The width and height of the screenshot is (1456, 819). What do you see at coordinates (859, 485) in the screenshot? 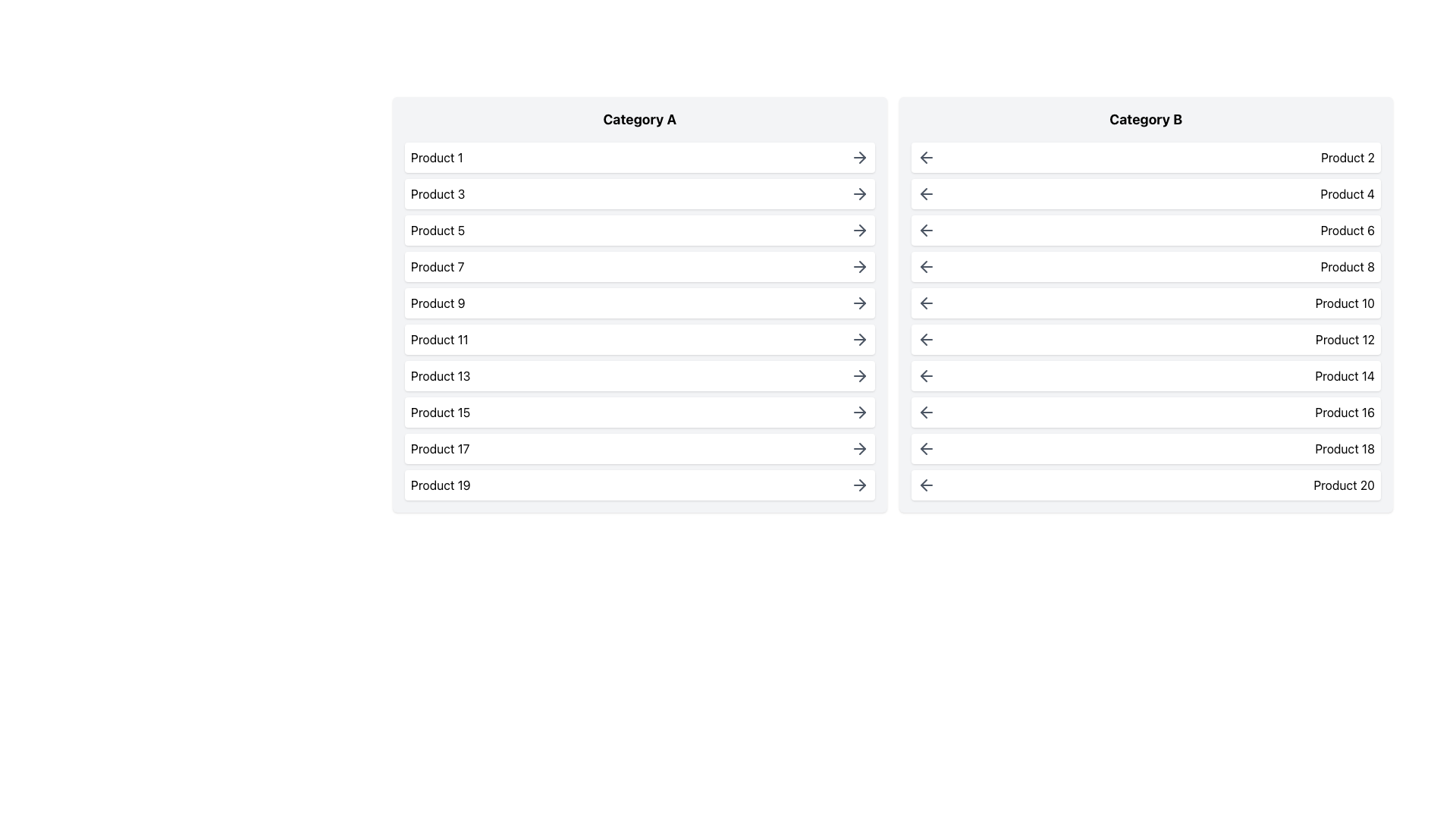
I see `the right-pointing arrow icon button located next to 'Product 19' in the left column 'Category A' to change its appearance` at bounding box center [859, 485].